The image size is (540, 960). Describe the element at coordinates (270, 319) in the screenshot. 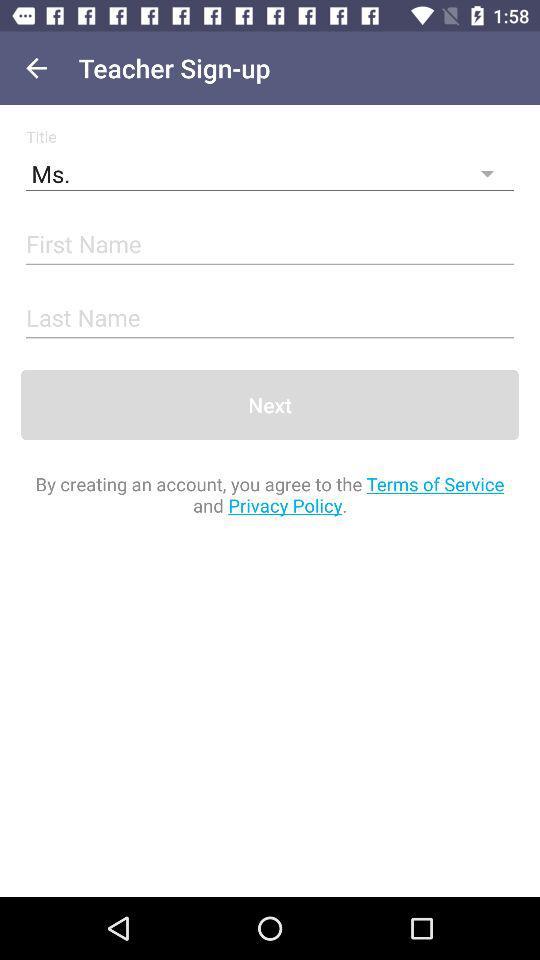

I see `one person the next name` at that location.